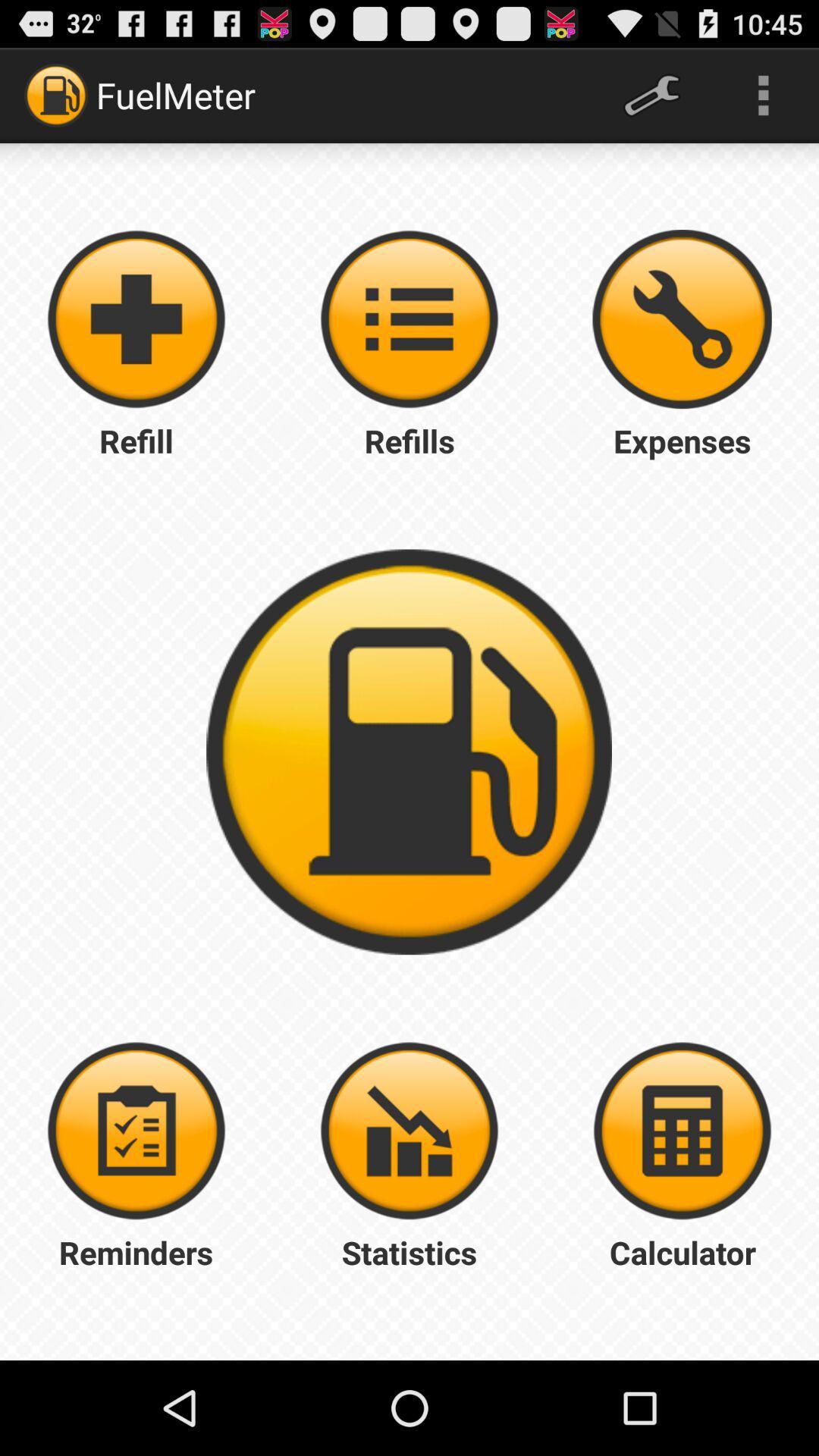 Image resolution: width=819 pixels, height=1456 pixels. I want to click on item to the right of fuelmeter, so click(651, 94).